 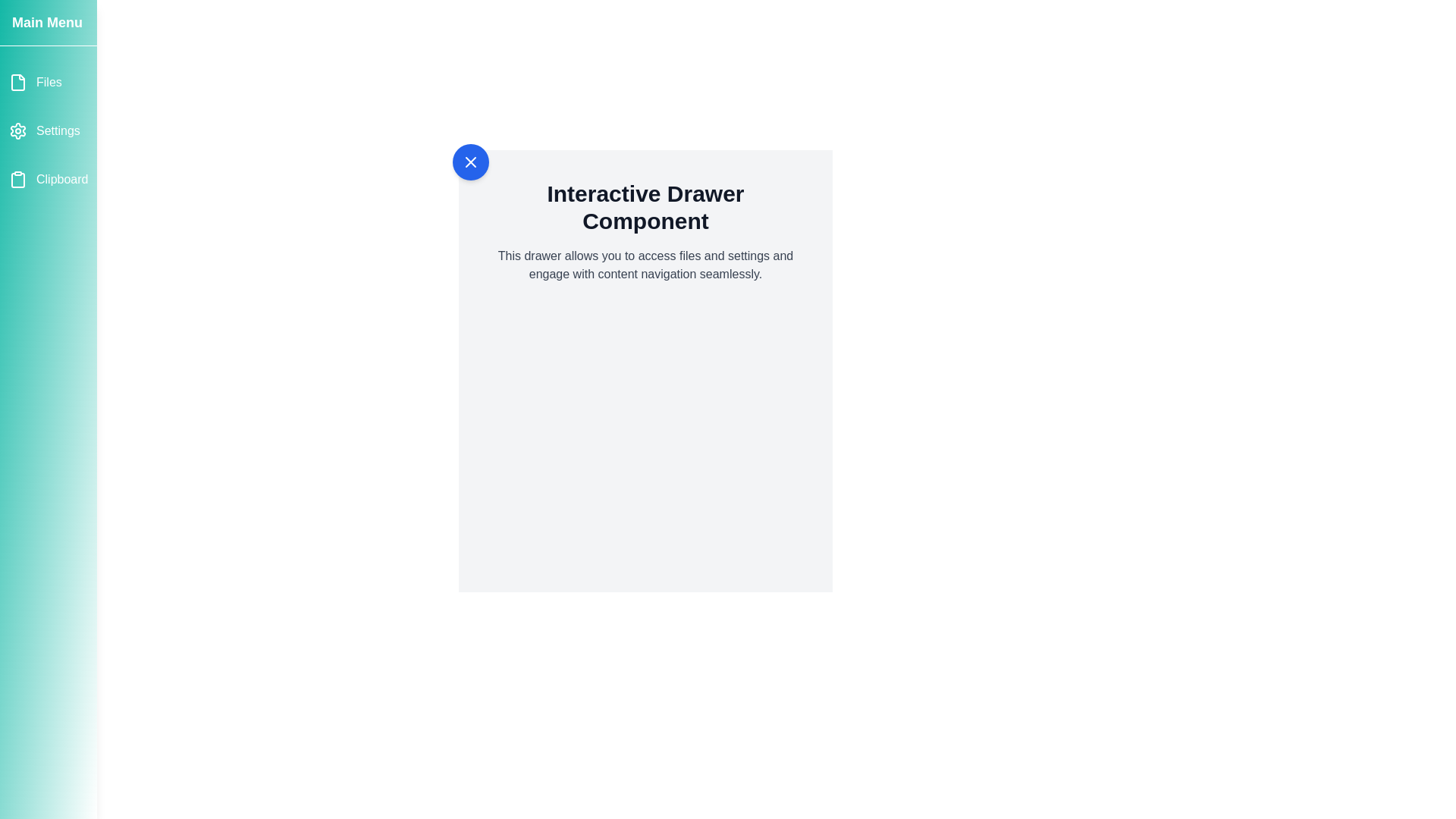 What do you see at coordinates (48, 82) in the screenshot?
I see `the menu item Files to observe the hover effect` at bounding box center [48, 82].